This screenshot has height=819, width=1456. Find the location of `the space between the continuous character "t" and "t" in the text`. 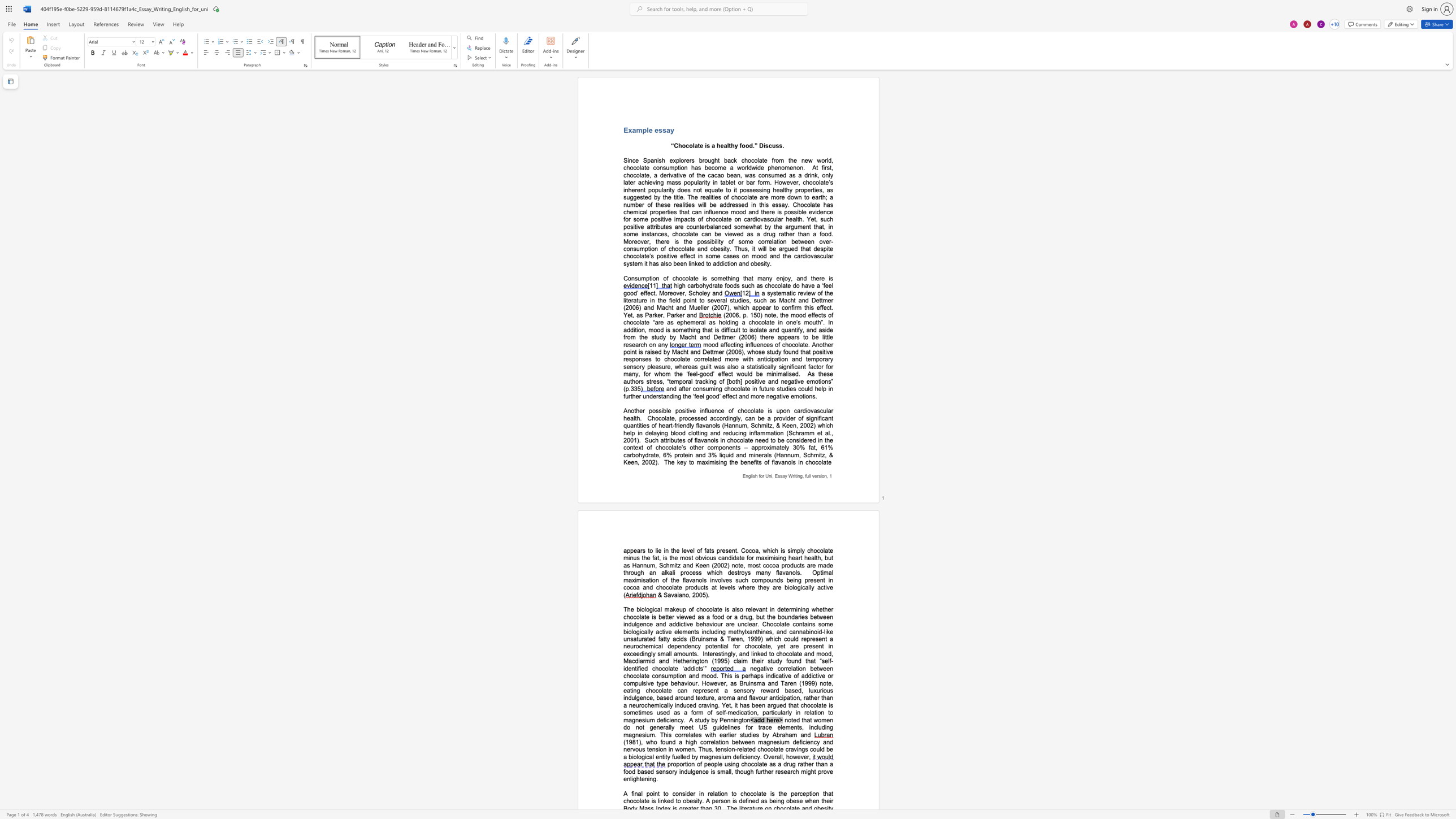

the space between the continuous character "t" and "t" in the text is located at coordinates (821, 300).